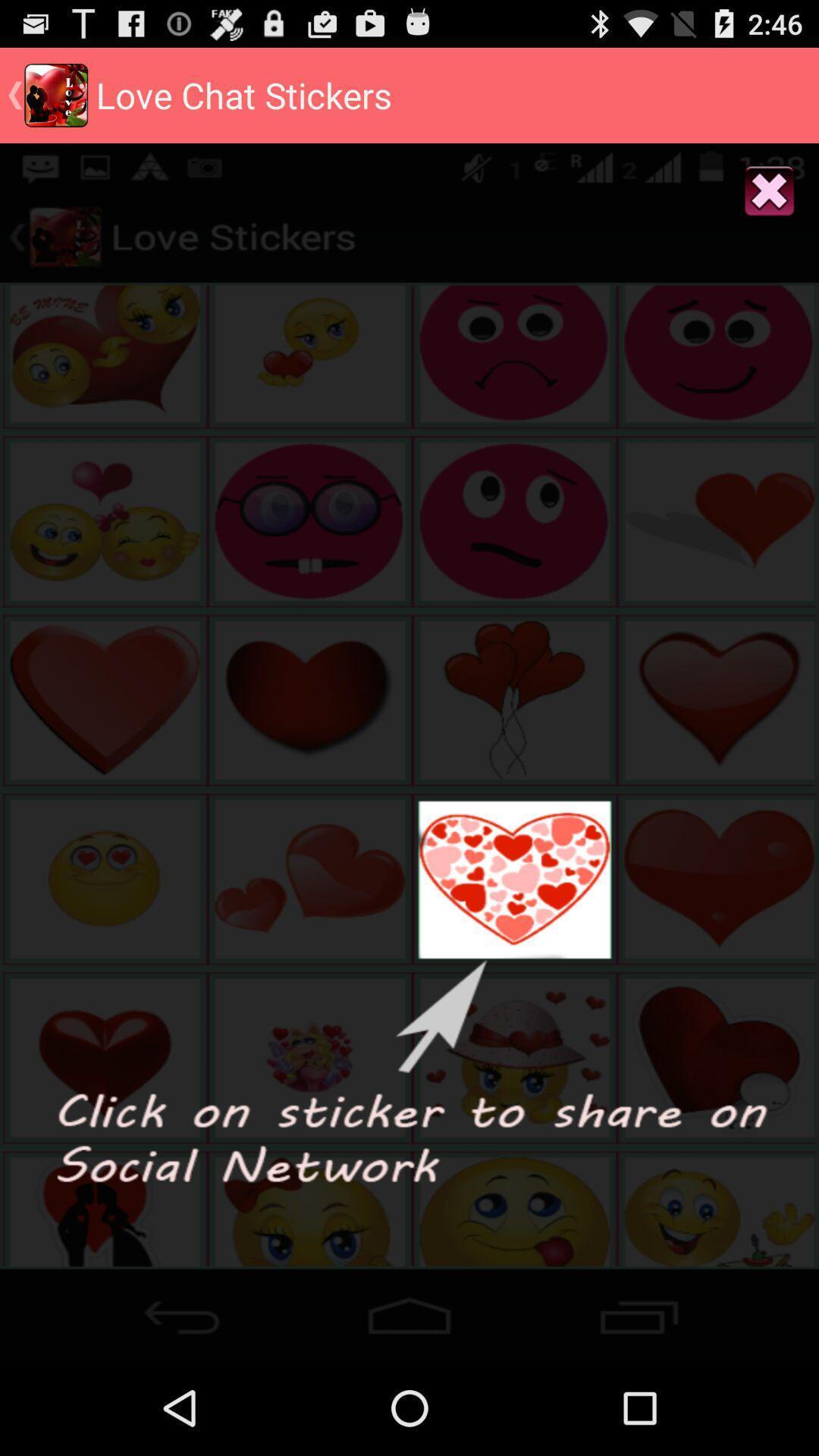 Image resolution: width=819 pixels, height=1456 pixels. Describe the element at coordinates (409, 1310) in the screenshot. I see `home row back home active apps` at that location.